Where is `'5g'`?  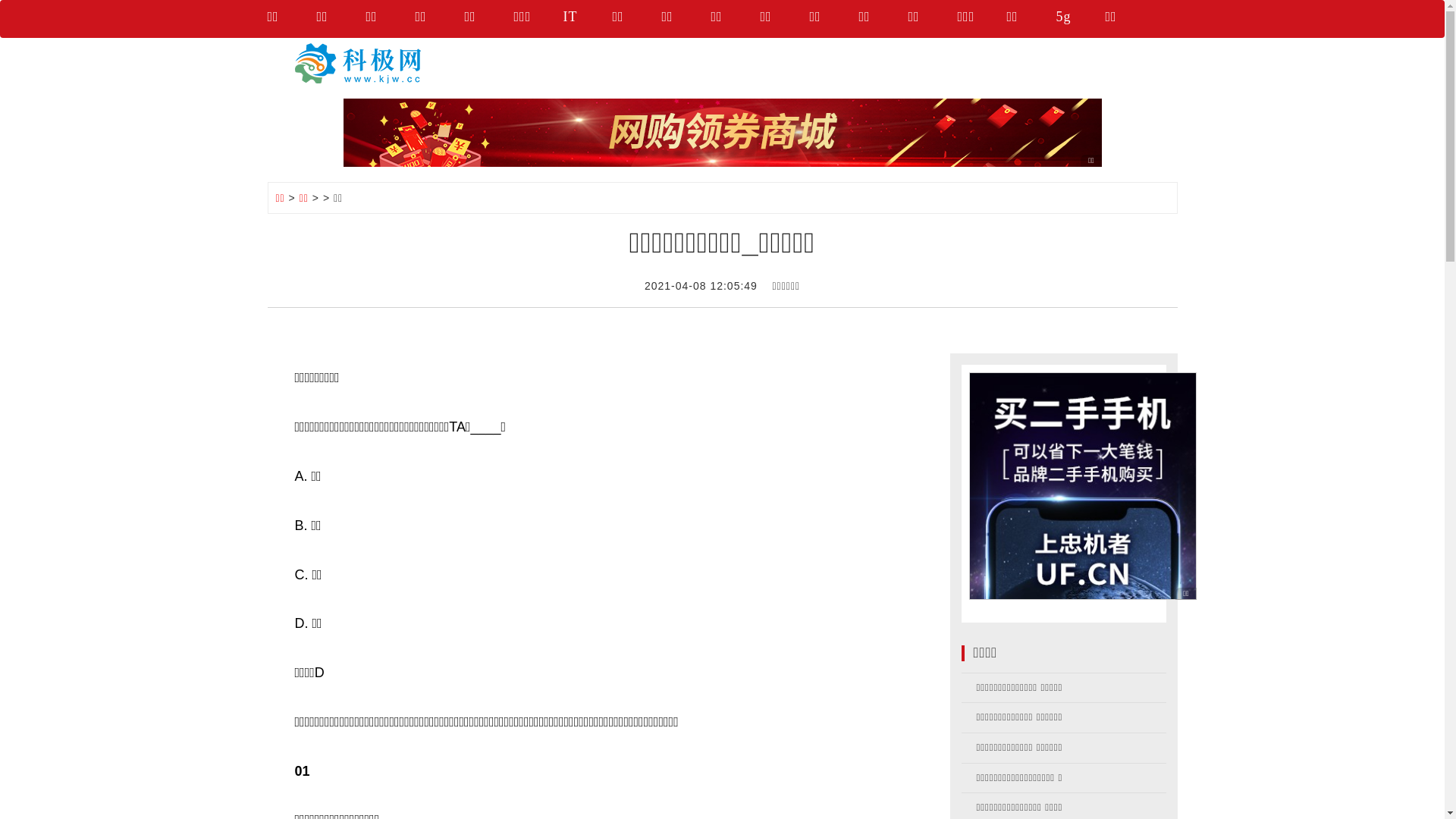
'5g' is located at coordinates (1079, 18).